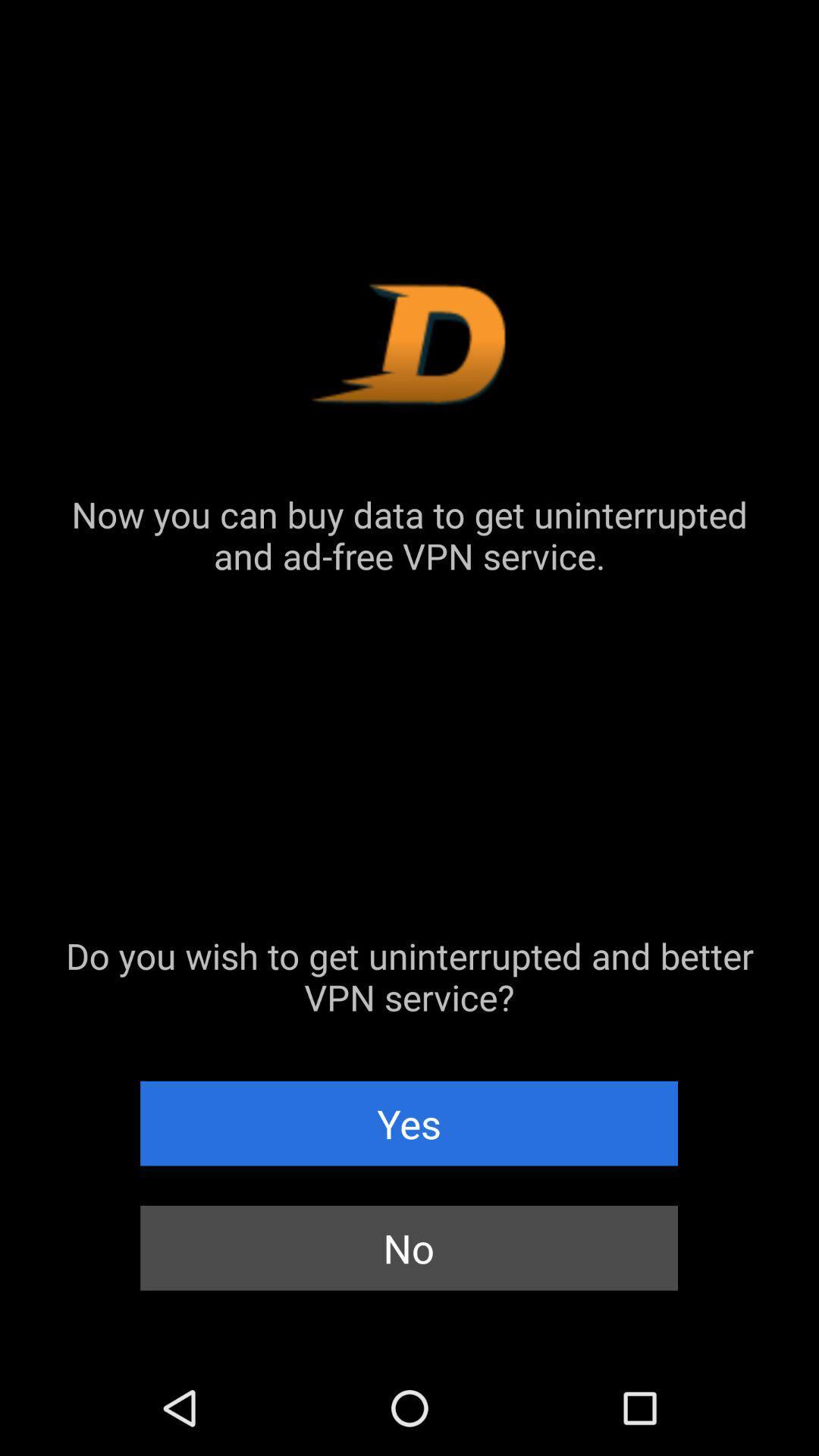 Image resolution: width=819 pixels, height=1456 pixels. What do you see at coordinates (408, 1123) in the screenshot?
I see `the app below the do you wish item` at bounding box center [408, 1123].